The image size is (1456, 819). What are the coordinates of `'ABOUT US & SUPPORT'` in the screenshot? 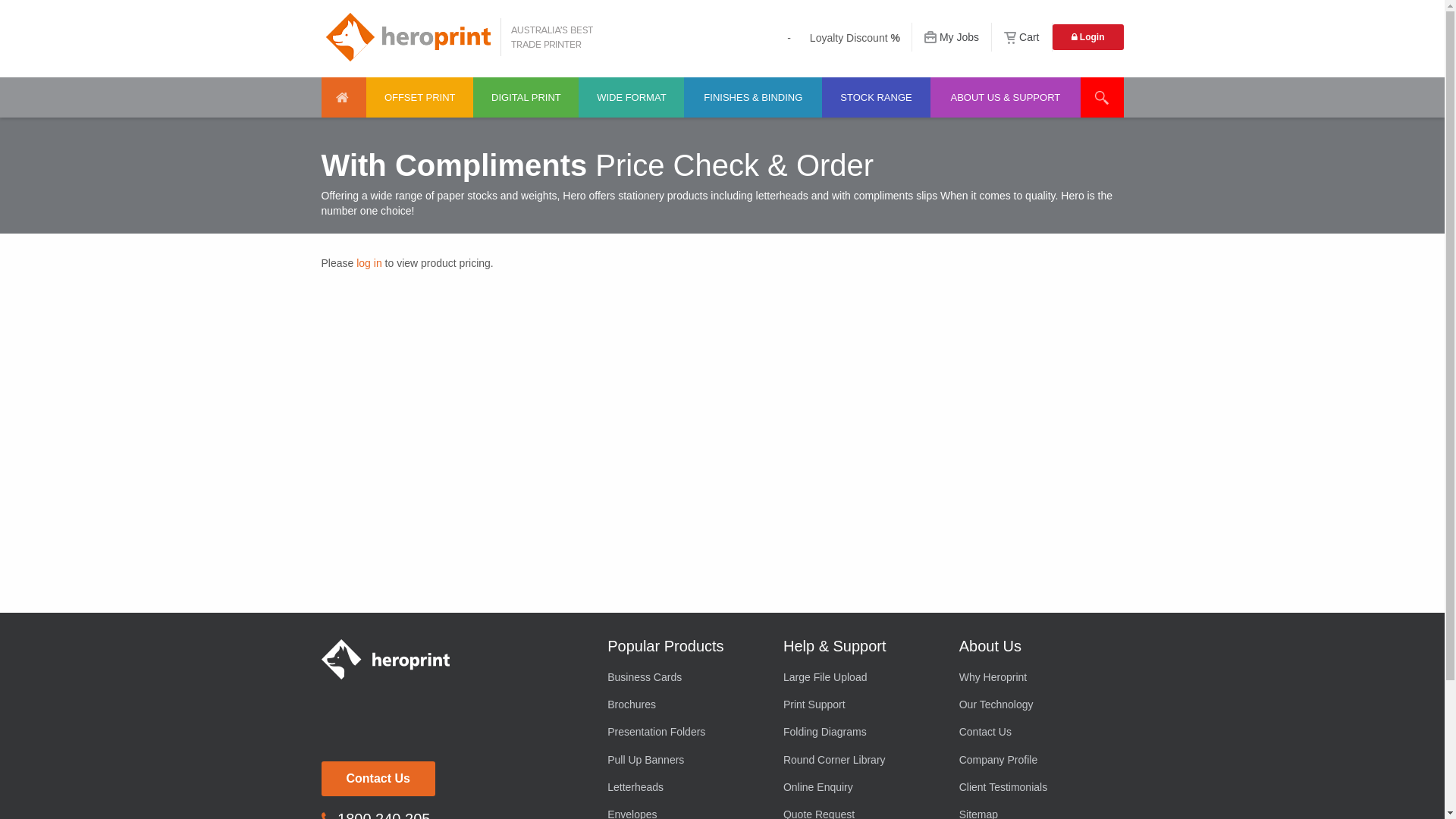 It's located at (1006, 96).